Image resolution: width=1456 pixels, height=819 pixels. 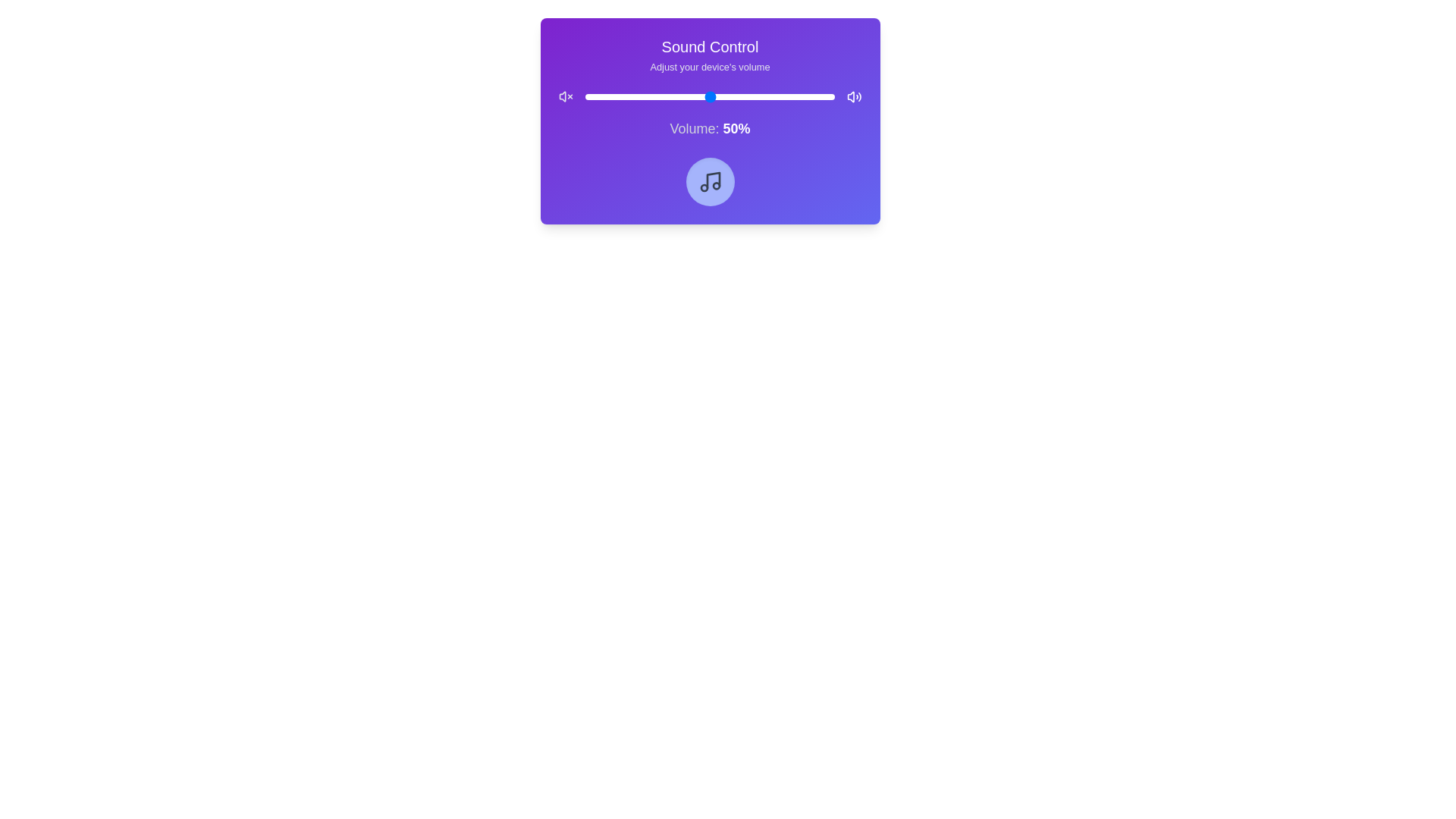 What do you see at coordinates (592, 96) in the screenshot?
I see `the volume slider to 3%` at bounding box center [592, 96].